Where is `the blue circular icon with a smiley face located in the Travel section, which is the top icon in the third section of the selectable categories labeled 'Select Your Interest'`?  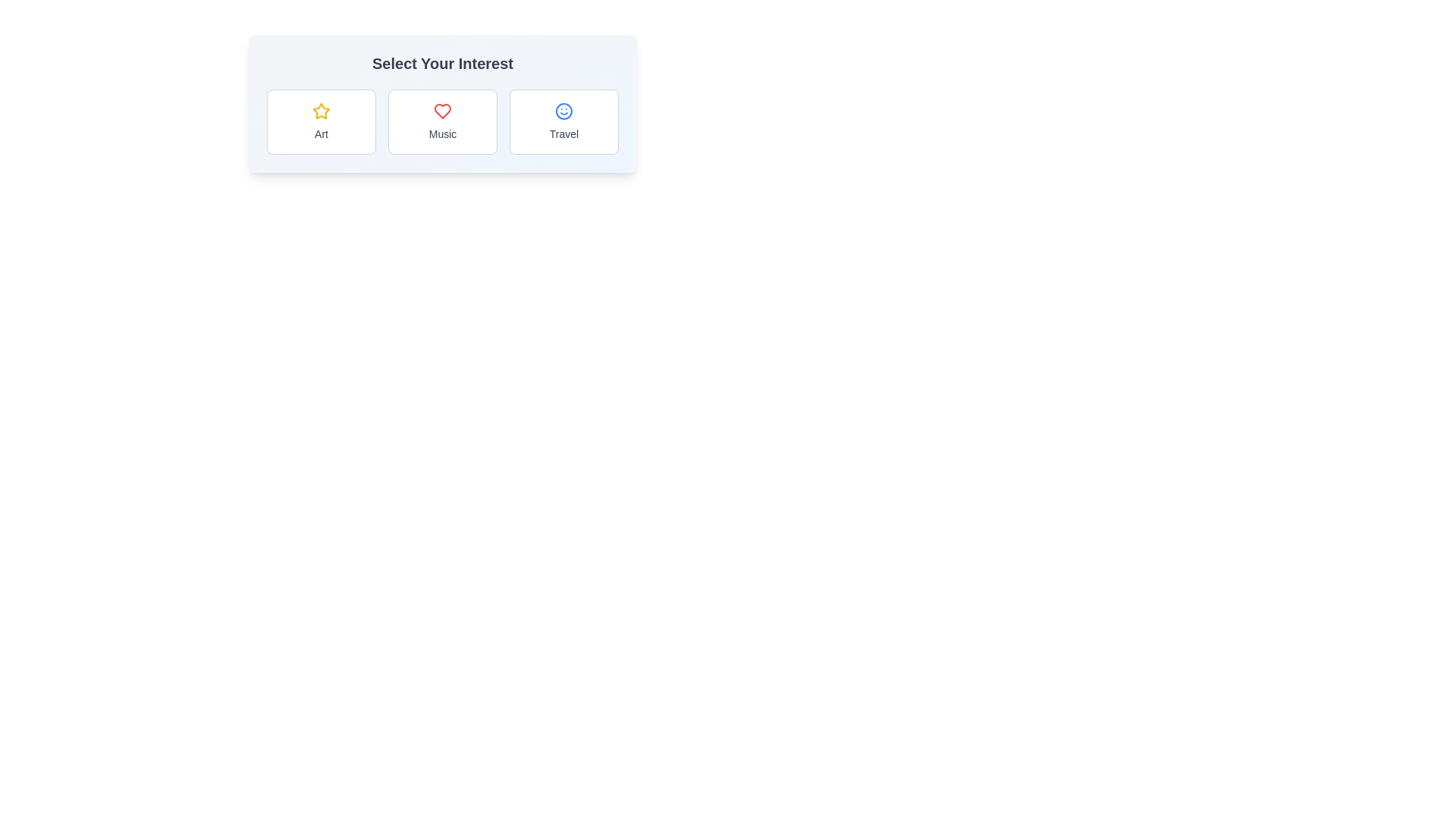
the blue circular icon with a smiley face located in the Travel section, which is the top icon in the third section of the selectable categories labeled 'Select Your Interest' is located at coordinates (563, 110).